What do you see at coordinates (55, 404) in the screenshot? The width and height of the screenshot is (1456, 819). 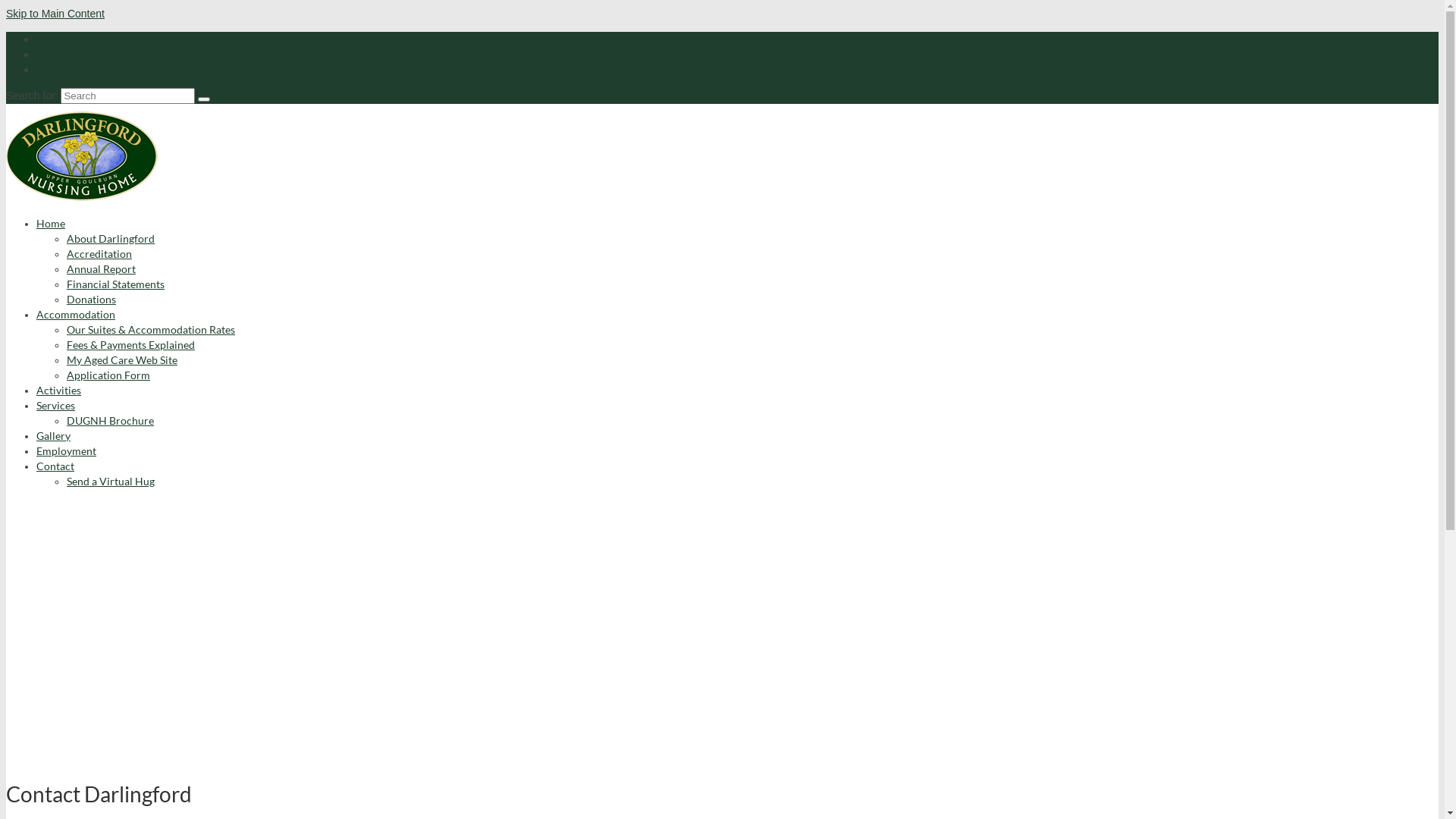 I see `'Services'` at bounding box center [55, 404].